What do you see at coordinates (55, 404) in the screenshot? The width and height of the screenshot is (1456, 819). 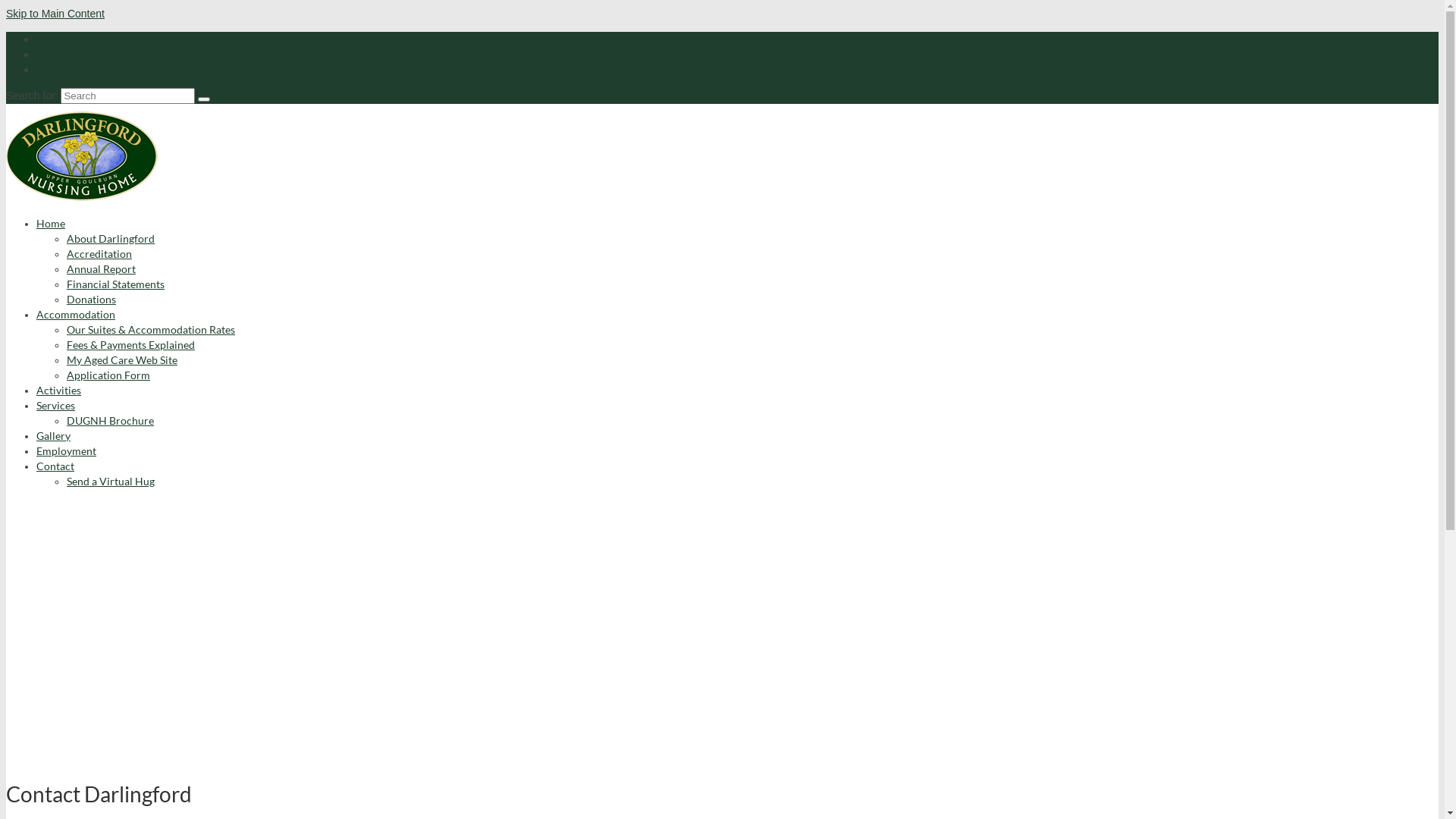 I see `'Services'` at bounding box center [55, 404].